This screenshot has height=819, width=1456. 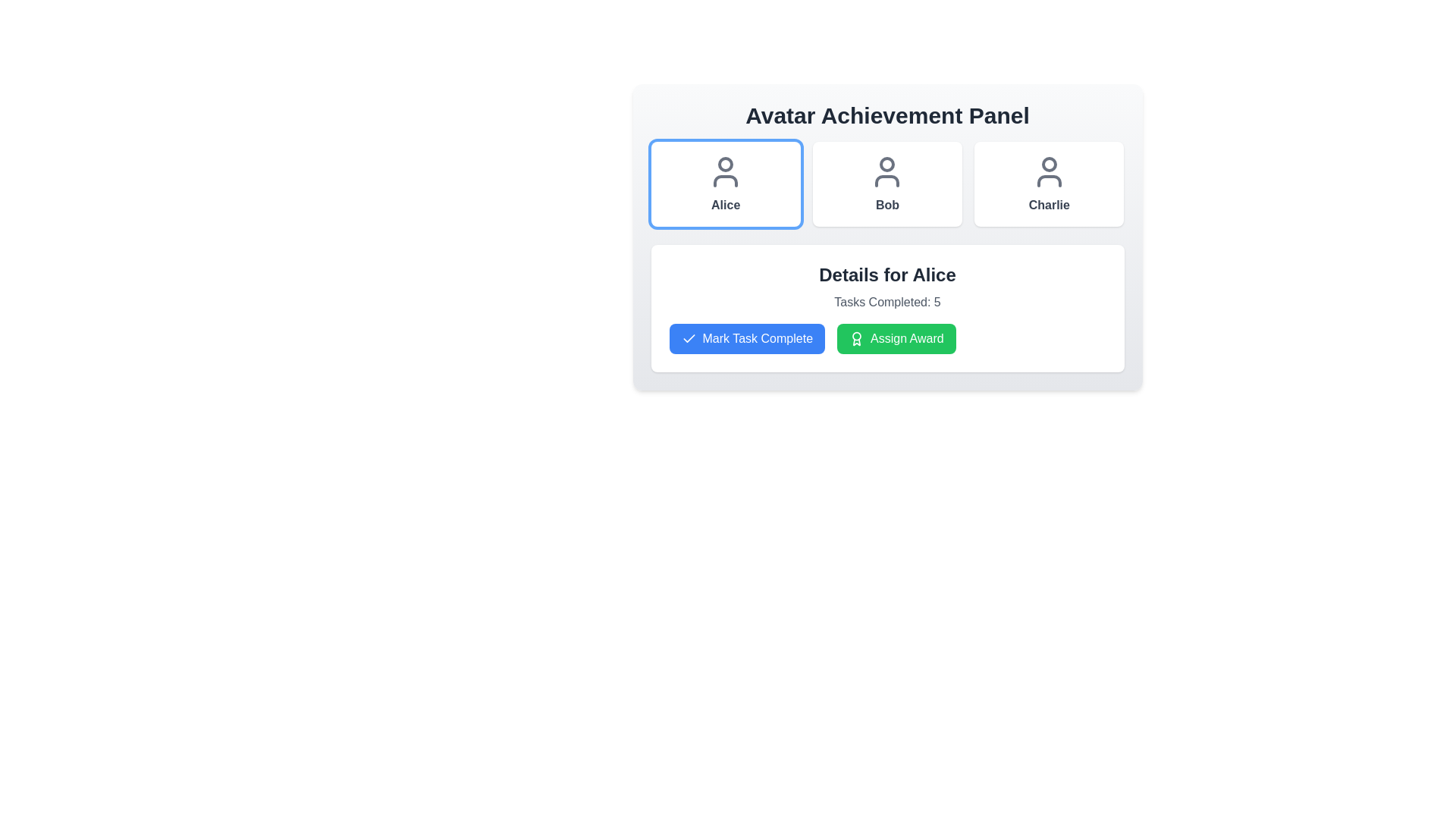 What do you see at coordinates (887, 205) in the screenshot?
I see `the text label displaying the name 'Bob' located at the bottom center of the card, below the user icon graphic` at bounding box center [887, 205].